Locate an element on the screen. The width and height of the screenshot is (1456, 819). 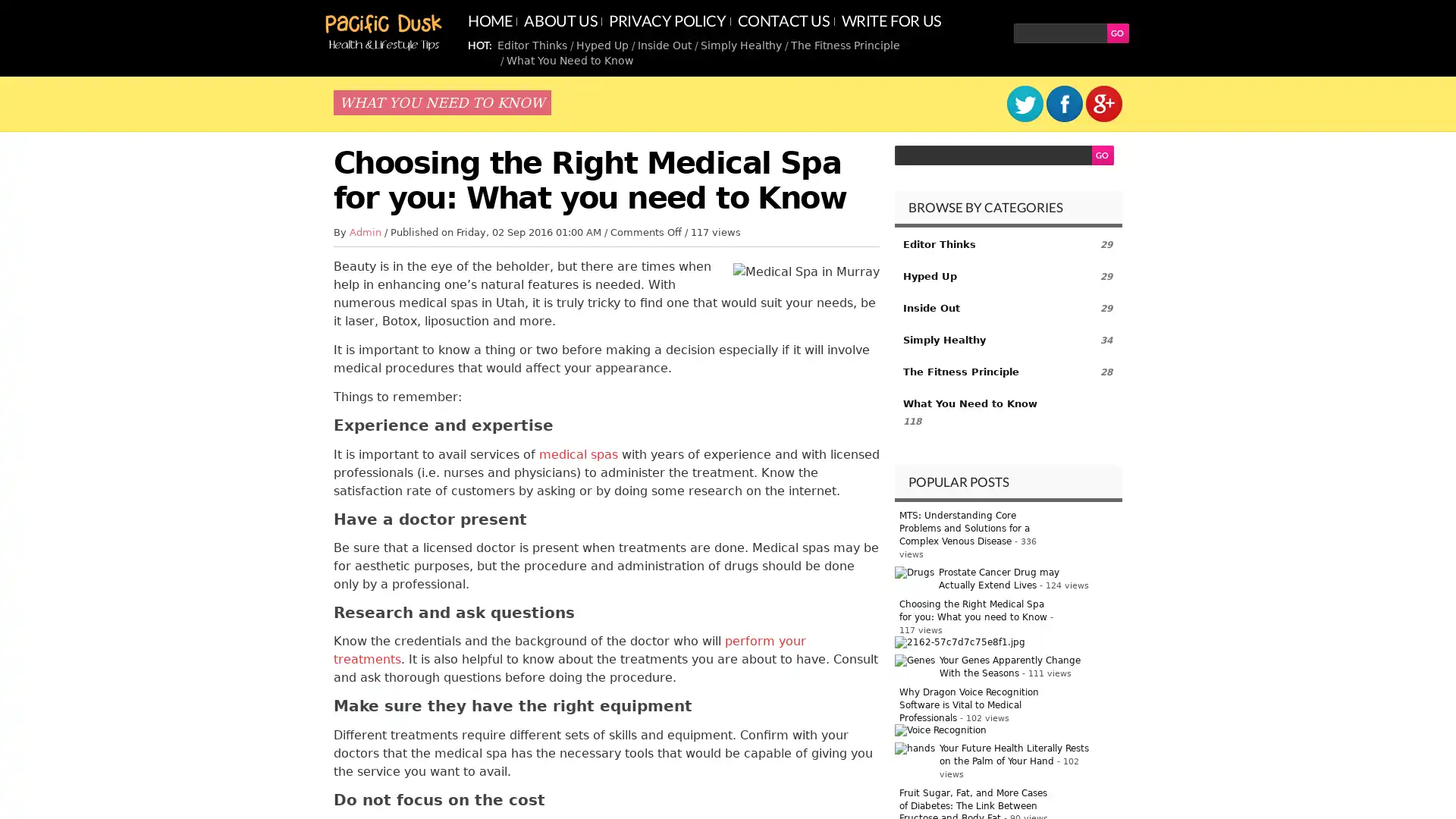
GO is located at coordinates (1118, 33).